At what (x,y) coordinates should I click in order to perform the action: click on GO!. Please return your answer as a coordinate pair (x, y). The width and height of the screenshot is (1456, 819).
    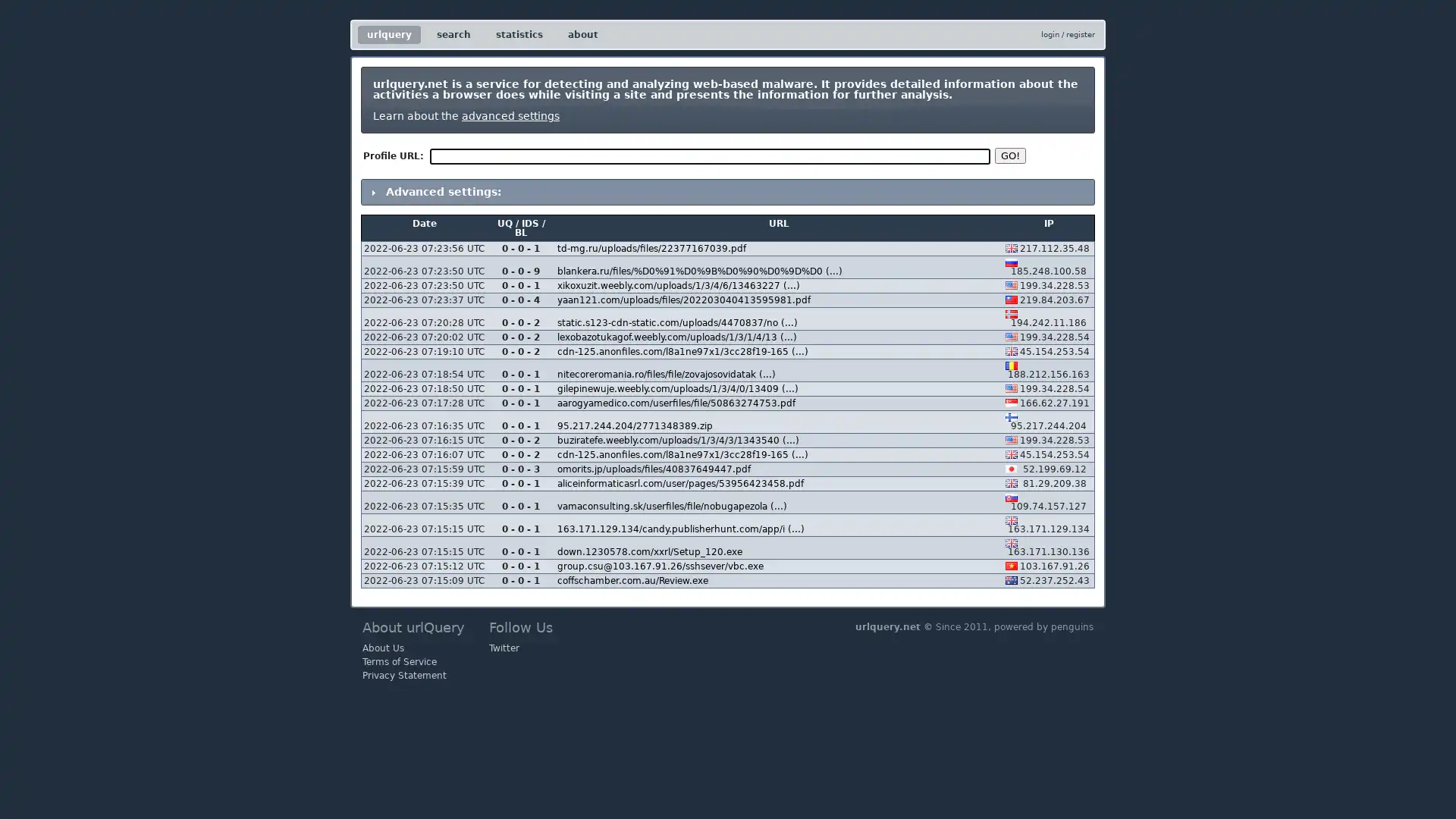
    Looking at the image, I should click on (1010, 155).